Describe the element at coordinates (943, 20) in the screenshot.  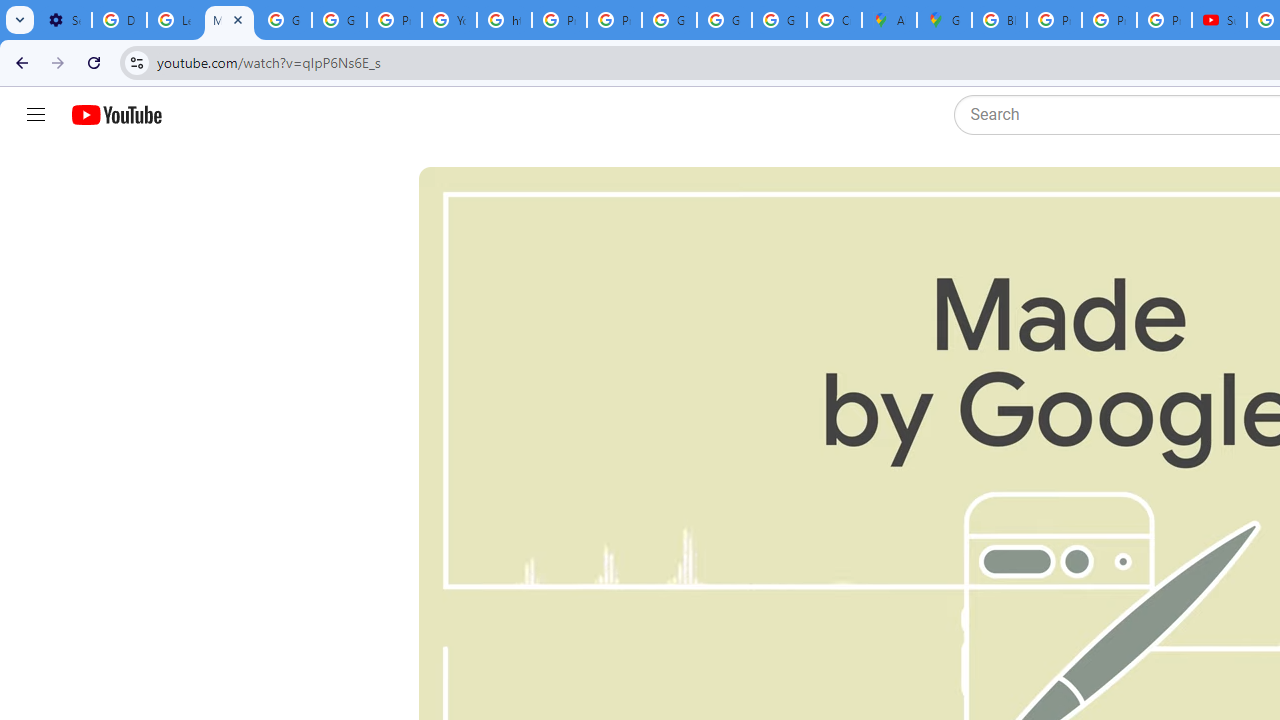
I see `'Google Maps'` at that location.